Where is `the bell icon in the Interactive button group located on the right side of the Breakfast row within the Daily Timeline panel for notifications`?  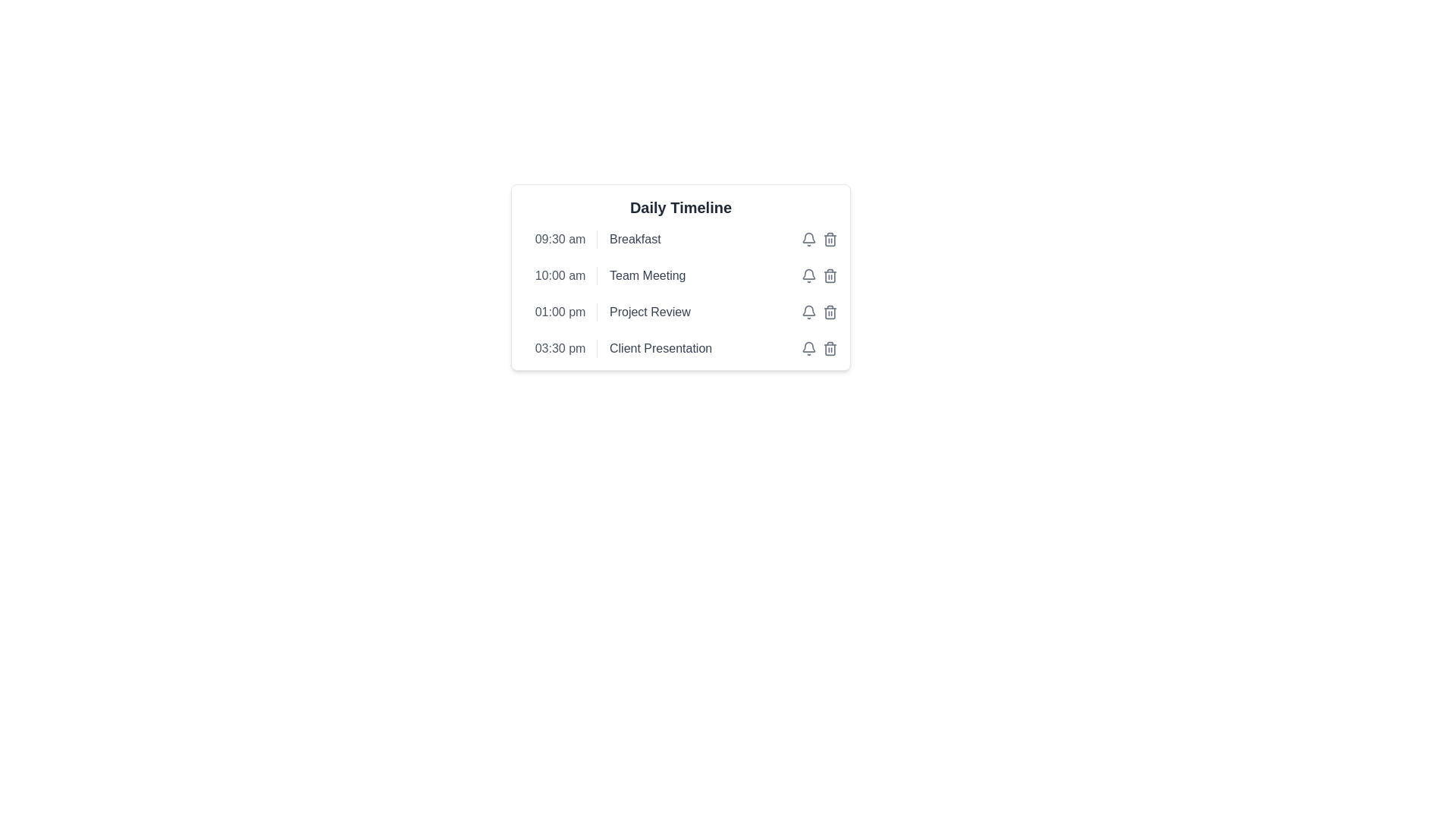 the bell icon in the Interactive button group located on the right side of the Breakfast row within the Daily Timeline panel for notifications is located at coordinates (818, 239).